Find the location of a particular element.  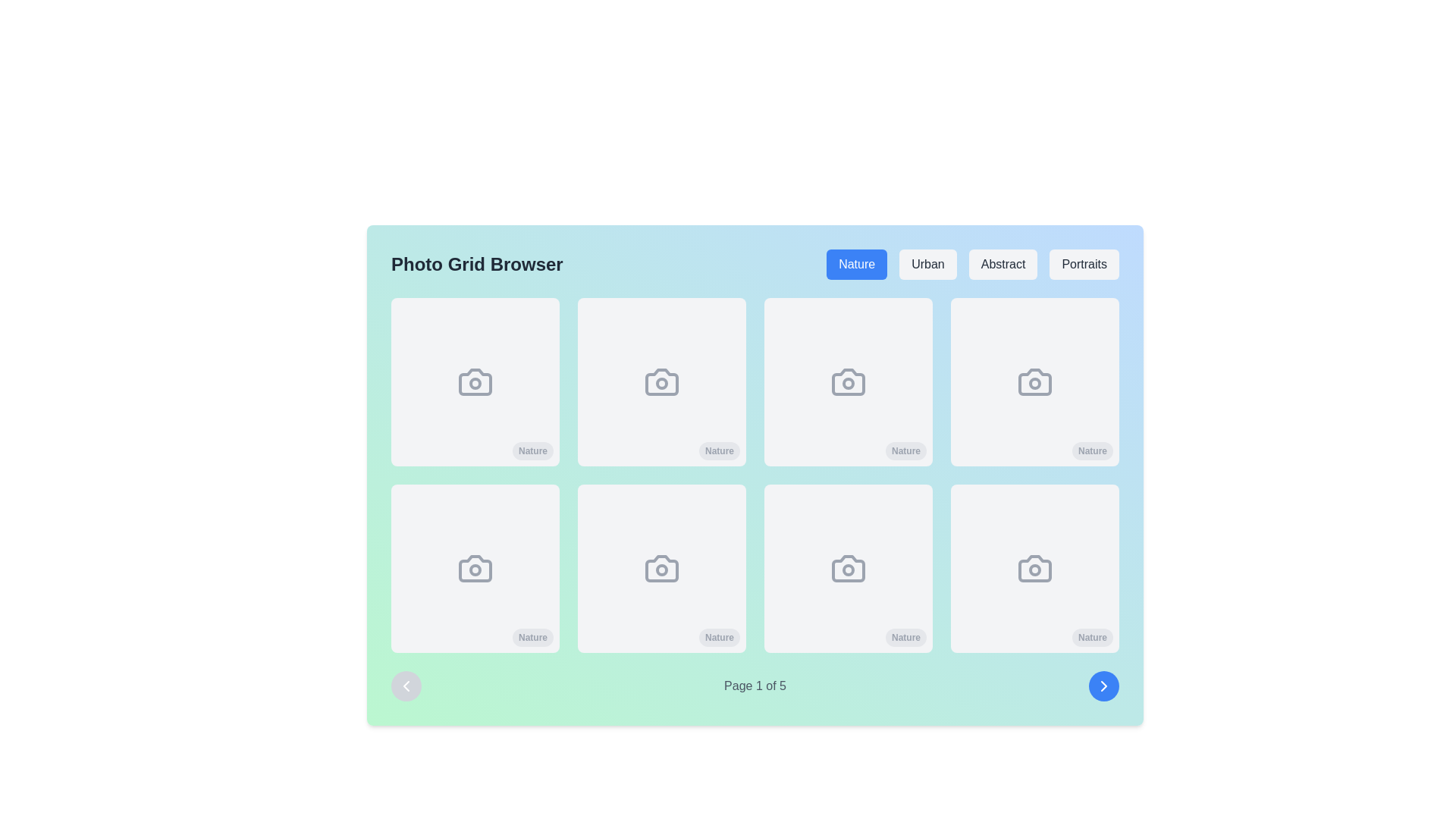

the icon that signifies a placeholder for photo-related actions located in the second row, first column of the image grid is located at coordinates (475, 568).